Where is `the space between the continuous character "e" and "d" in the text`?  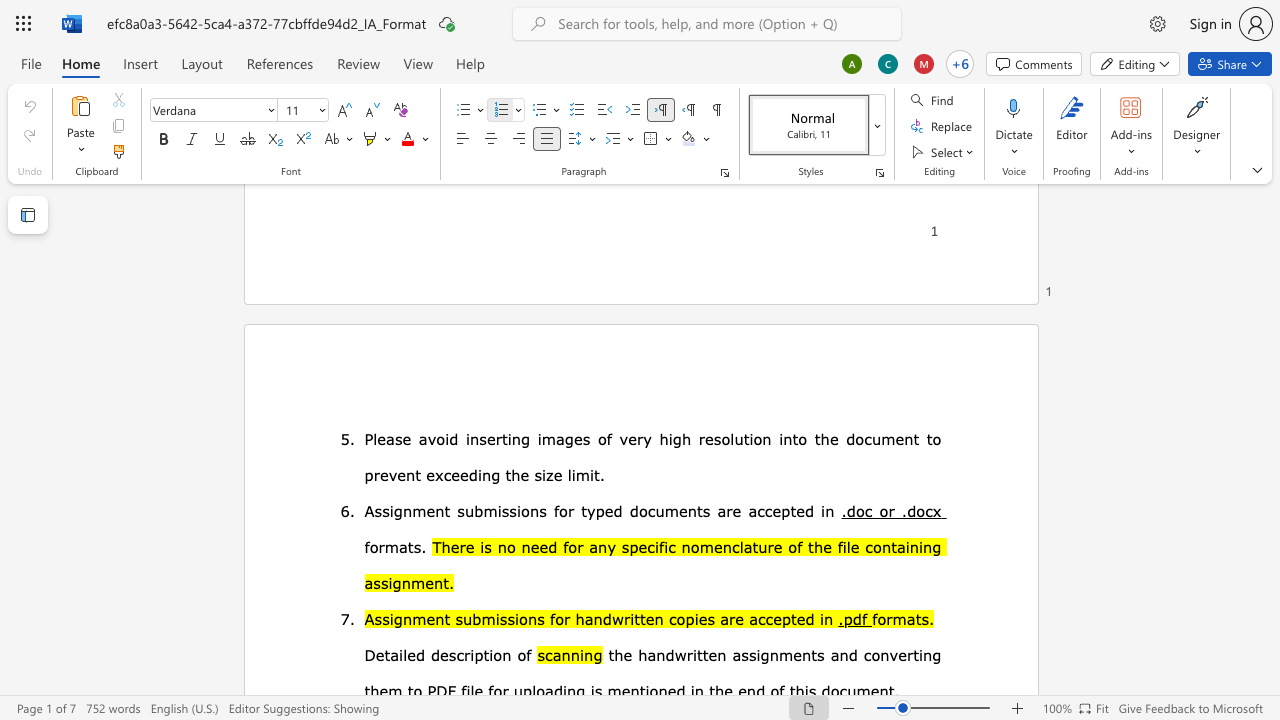 the space between the continuous character "e" and "d" in the text is located at coordinates (612, 509).